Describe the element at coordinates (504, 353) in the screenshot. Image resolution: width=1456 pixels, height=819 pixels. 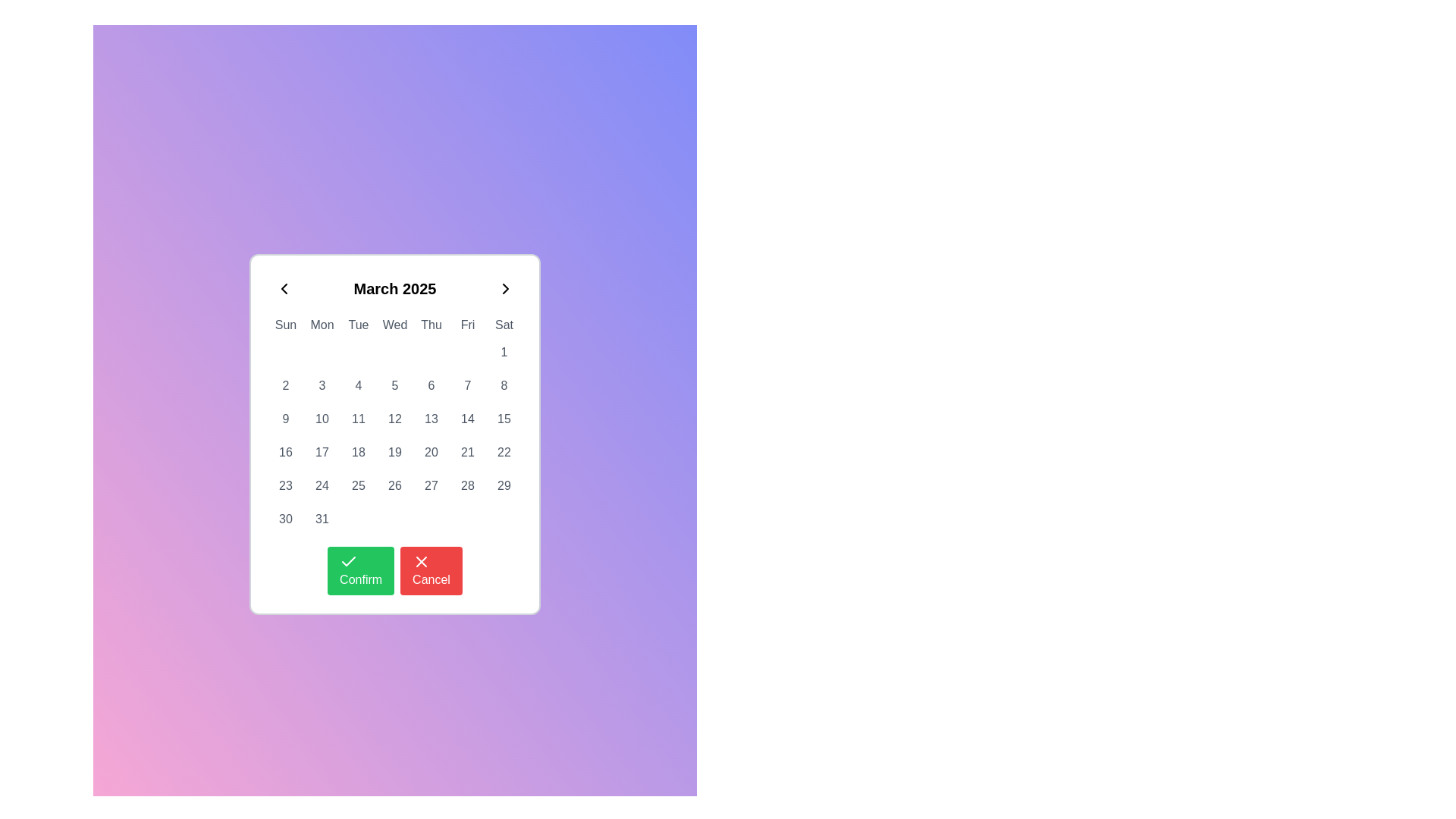
I see `the button representing the first day of the month in the calendar, located in the last column (Saturday) of the first row of day cells` at that location.